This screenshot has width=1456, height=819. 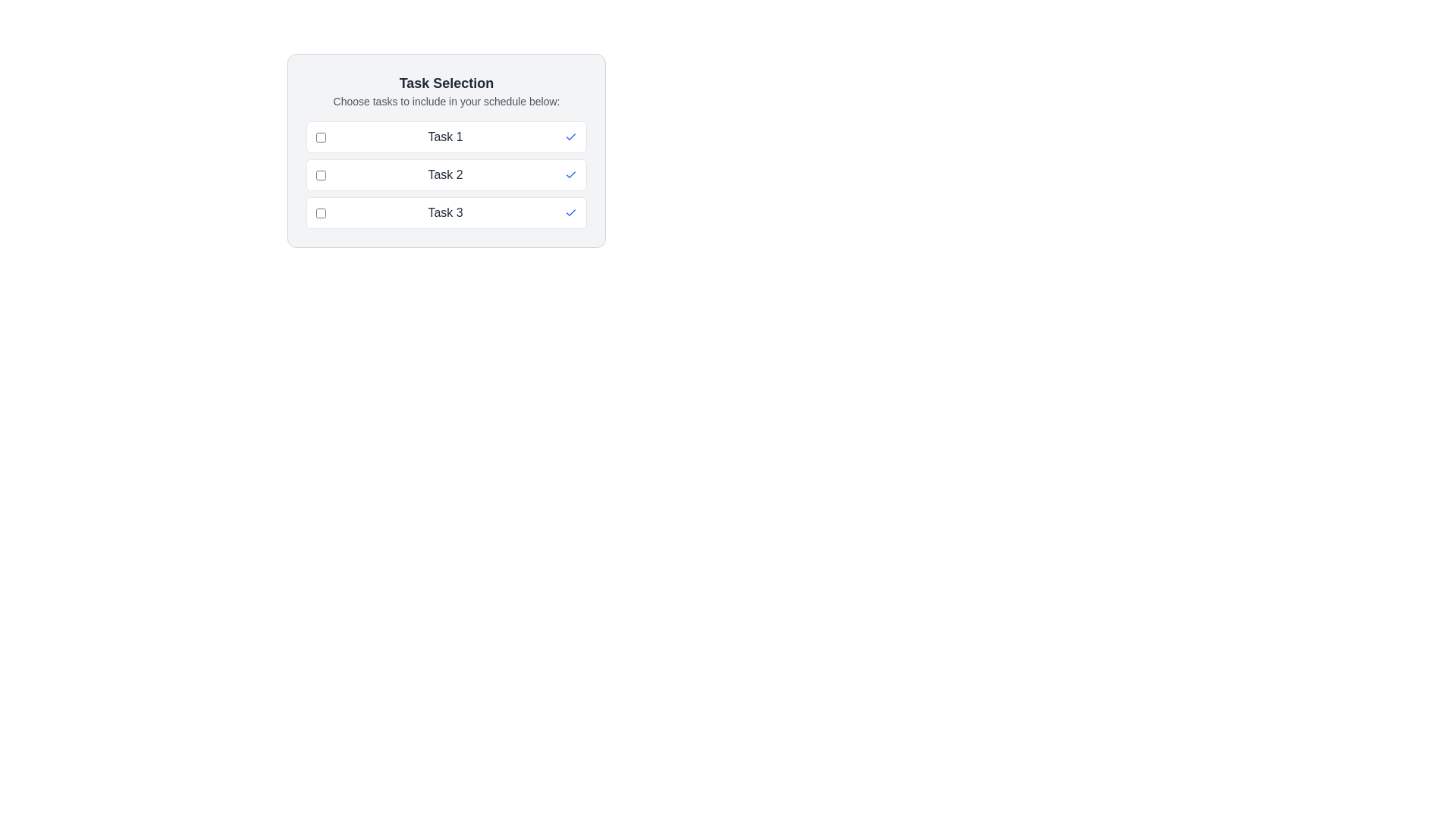 I want to click on the first list item labeled 'Task 1' which includes a checkbox and a blue checkmark icon, so click(x=446, y=137).